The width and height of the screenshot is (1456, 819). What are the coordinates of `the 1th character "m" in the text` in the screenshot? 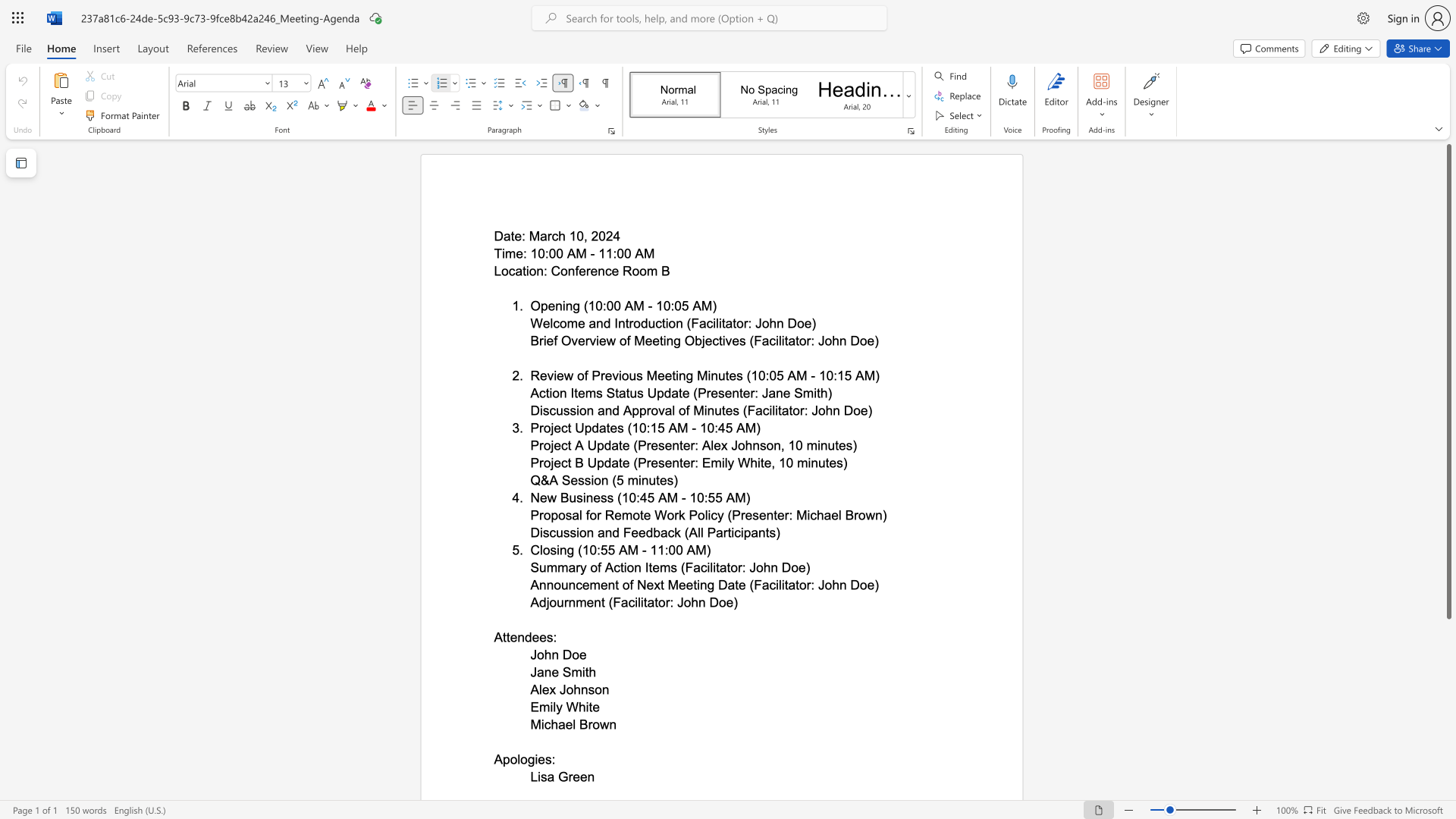 It's located at (589, 392).